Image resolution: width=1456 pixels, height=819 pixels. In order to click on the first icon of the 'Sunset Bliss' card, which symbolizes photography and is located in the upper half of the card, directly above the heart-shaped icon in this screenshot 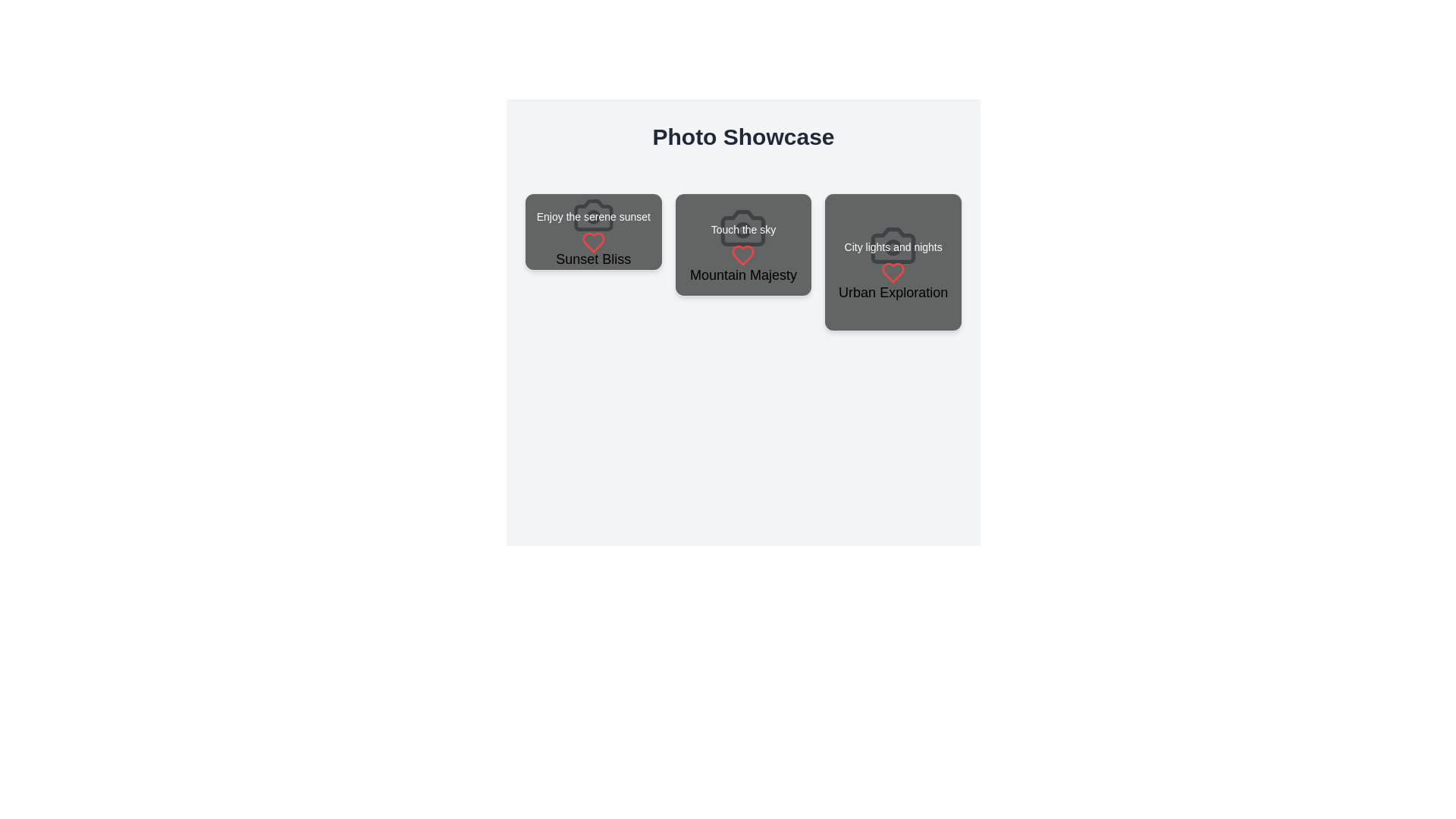, I will do `click(592, 215)`.